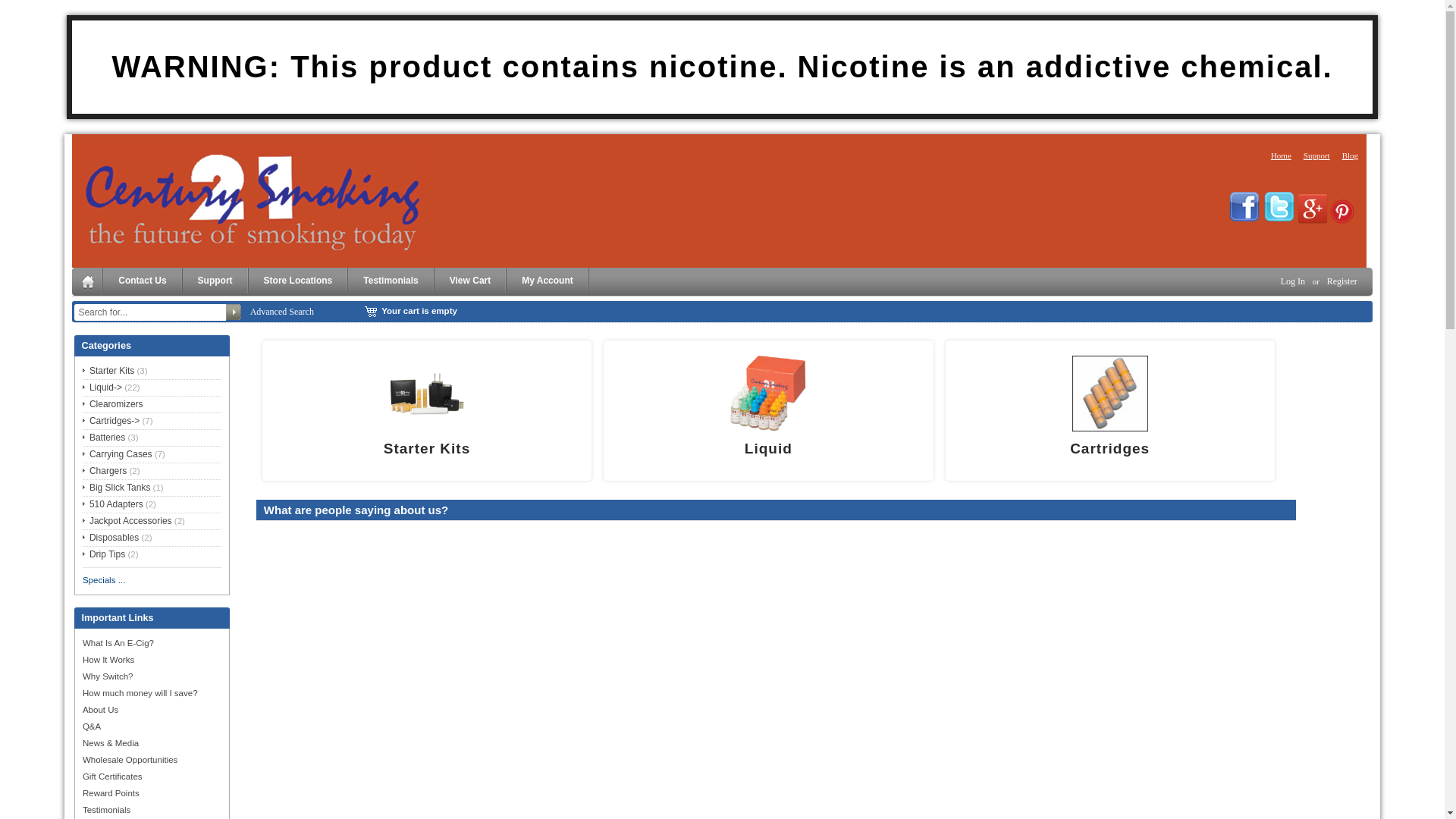 The height and width of the screenshot is (819, 1456). What do you see at coordinates (214, 281) in the screenshot?
I see `'Support'` at bounding box center [214, 281].